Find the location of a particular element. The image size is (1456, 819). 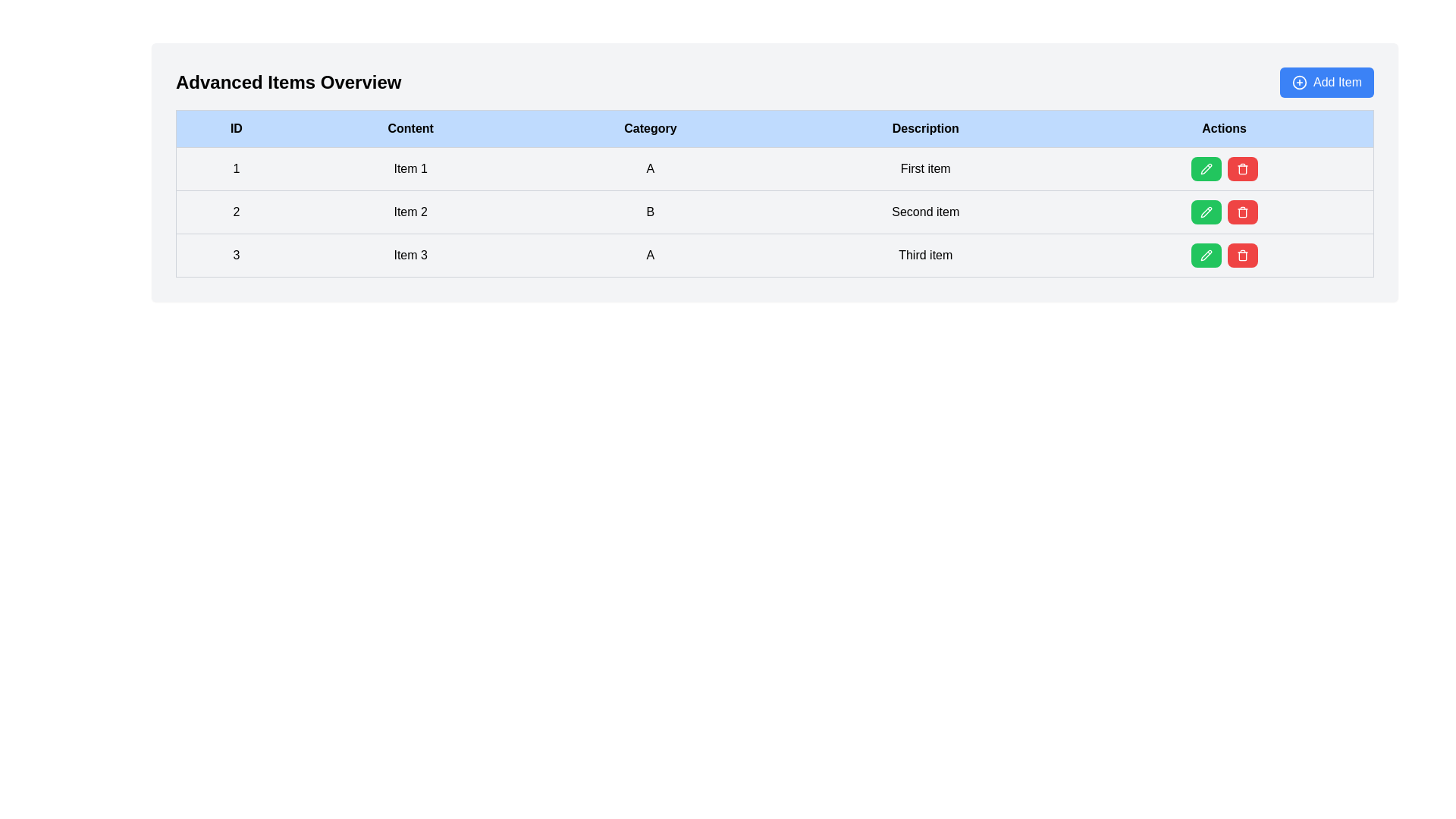

the delete button located in the 'Actions' column of the second row of the data table, positioned directly to the right of the green pencil icon button is located at coordinates (1242, 212).